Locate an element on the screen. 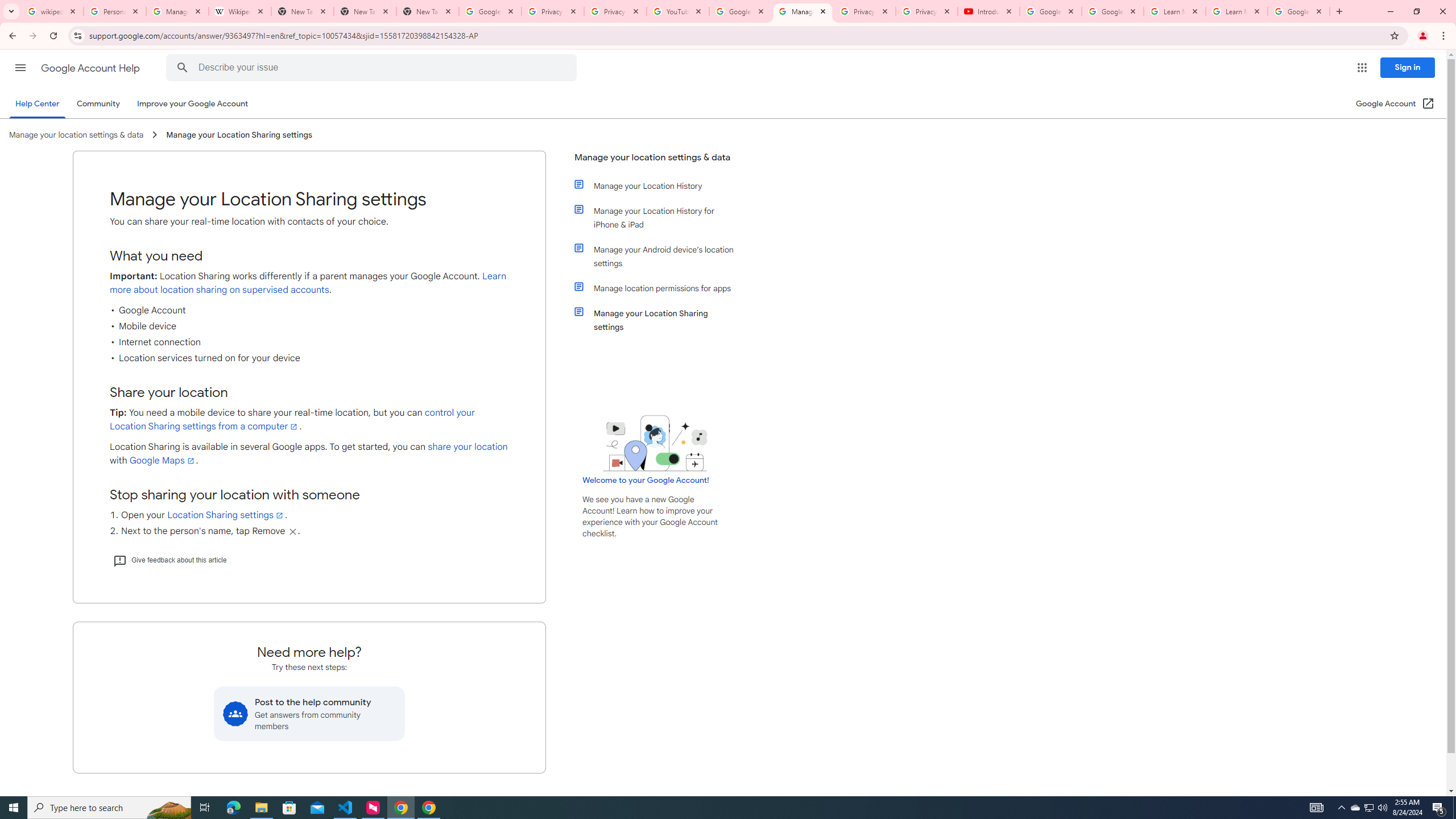  'Google Account Help' is located at coordinates (91, 68).